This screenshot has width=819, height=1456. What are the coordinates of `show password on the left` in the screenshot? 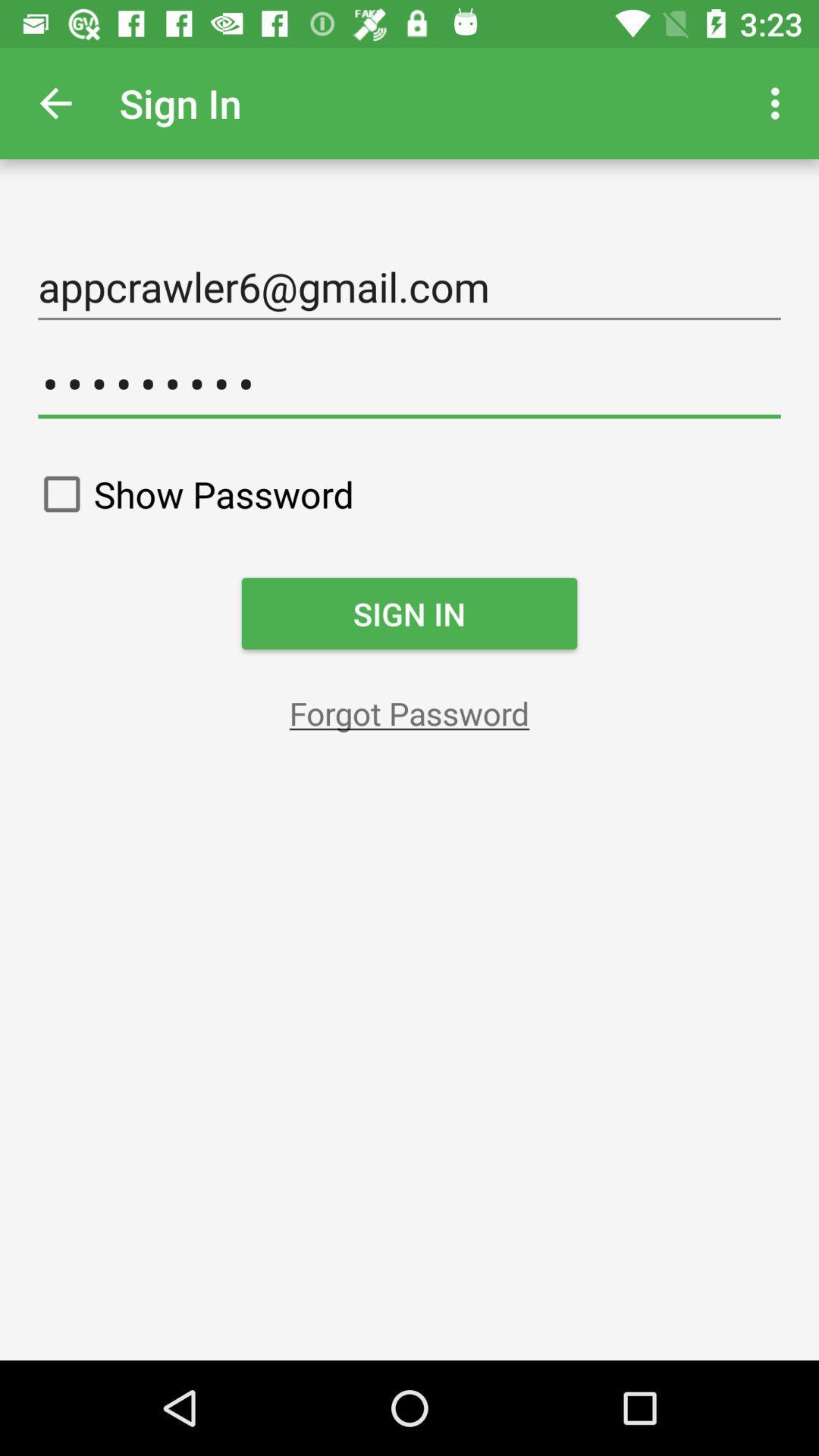 It's located at (191, 494).